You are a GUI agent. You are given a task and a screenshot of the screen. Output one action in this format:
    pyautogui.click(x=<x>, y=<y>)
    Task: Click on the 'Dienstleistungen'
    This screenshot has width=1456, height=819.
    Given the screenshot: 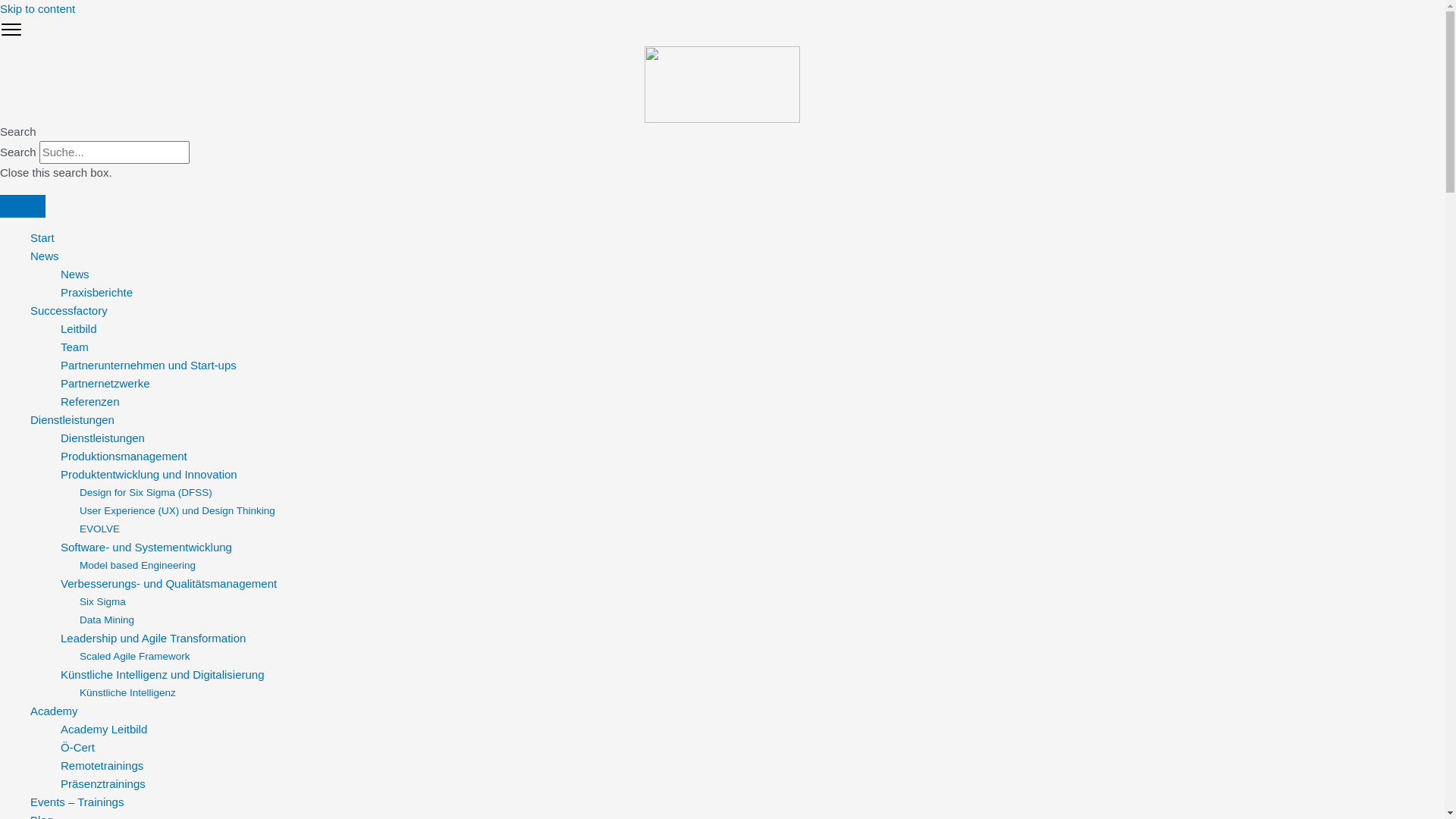 What is the action you would take?
    pyautogui.click(x=71, y=419)
    